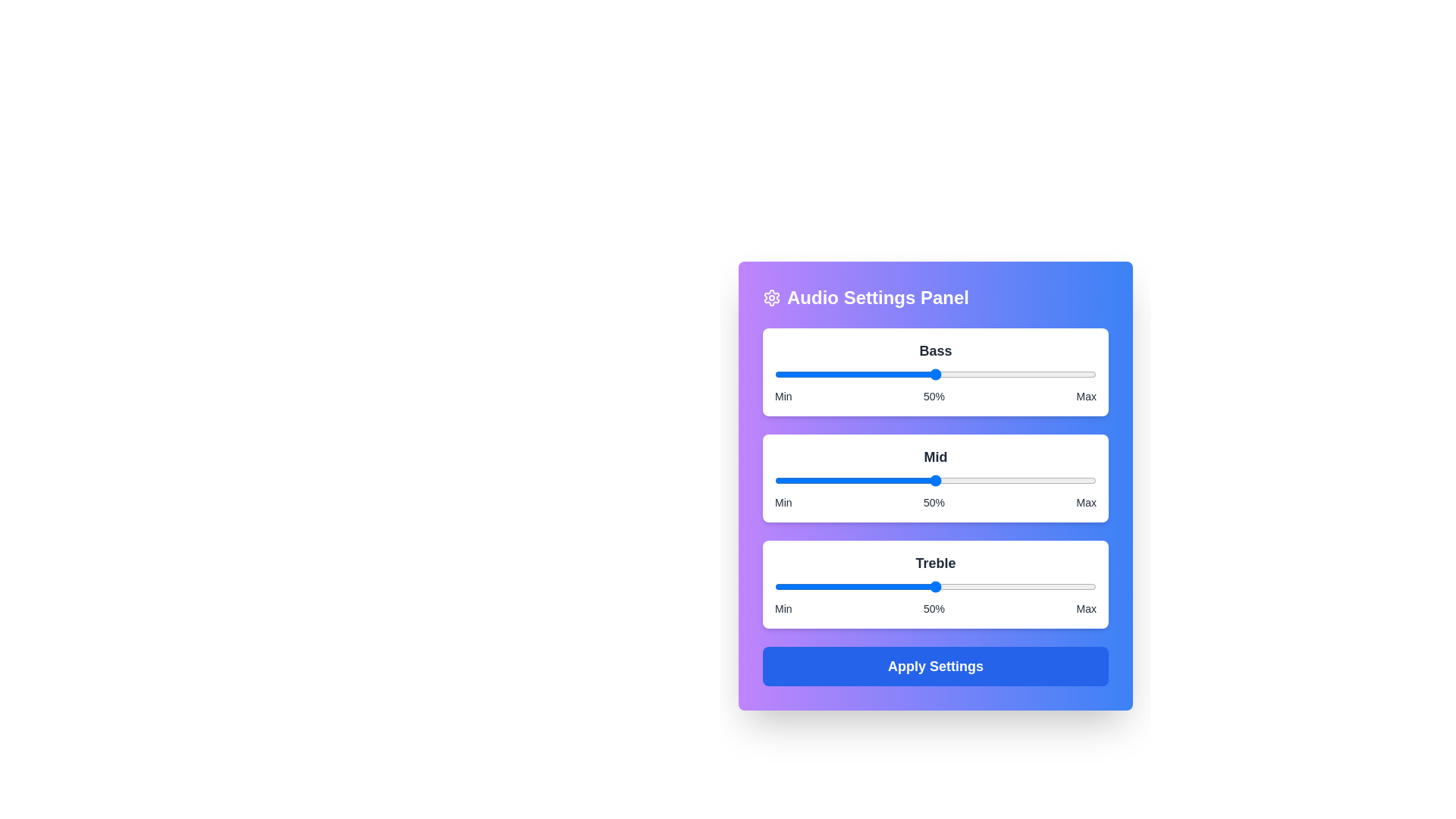 This screenshot has height=819, width=1456. Describe the element at coordinates (1086, 480) in the screenshot. I see `slider` at that location.